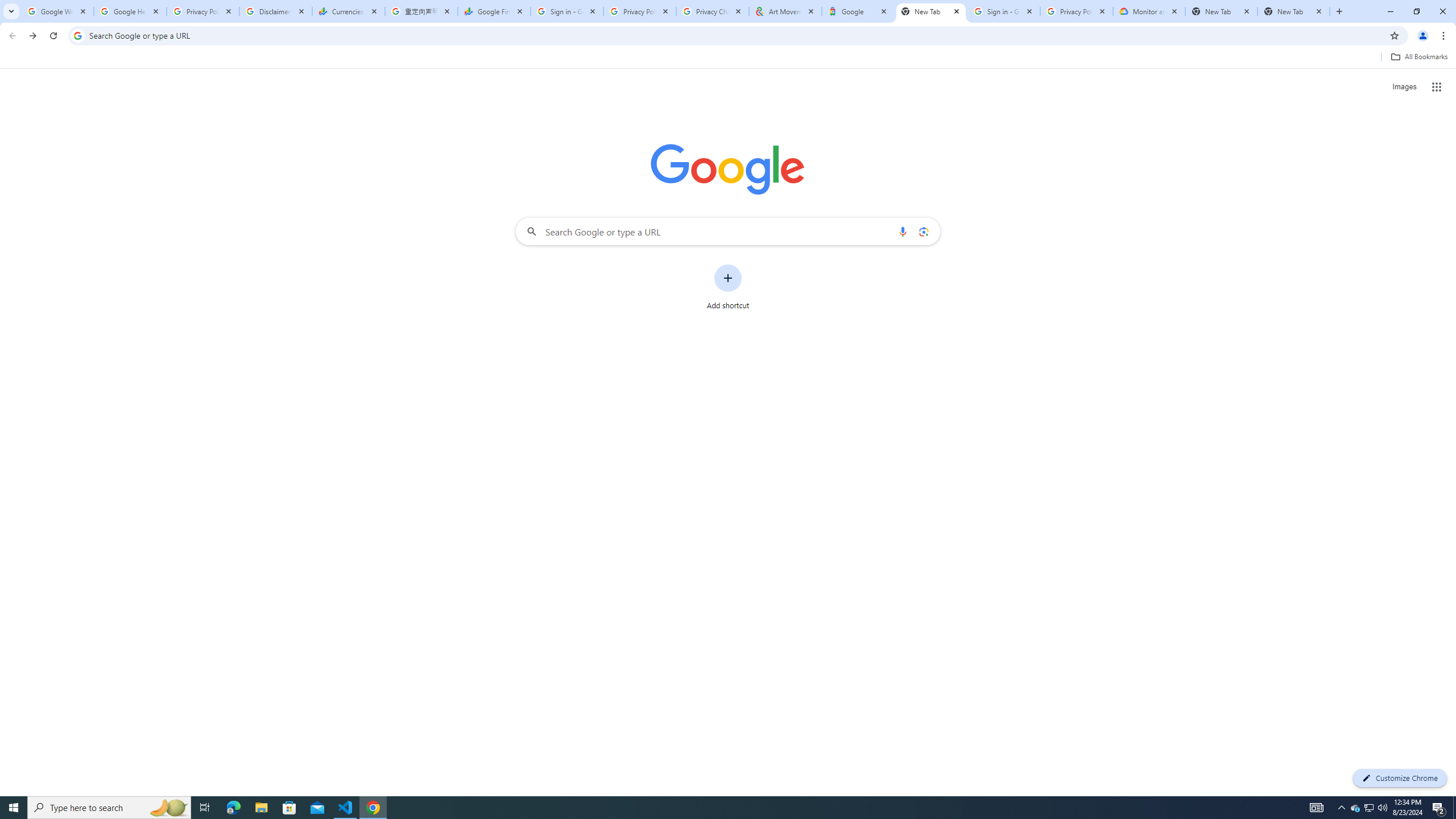  What do you see at coordinates (77, 35) in the screenshot?
I see `'Search icon'` at bounding box center [77, 35].